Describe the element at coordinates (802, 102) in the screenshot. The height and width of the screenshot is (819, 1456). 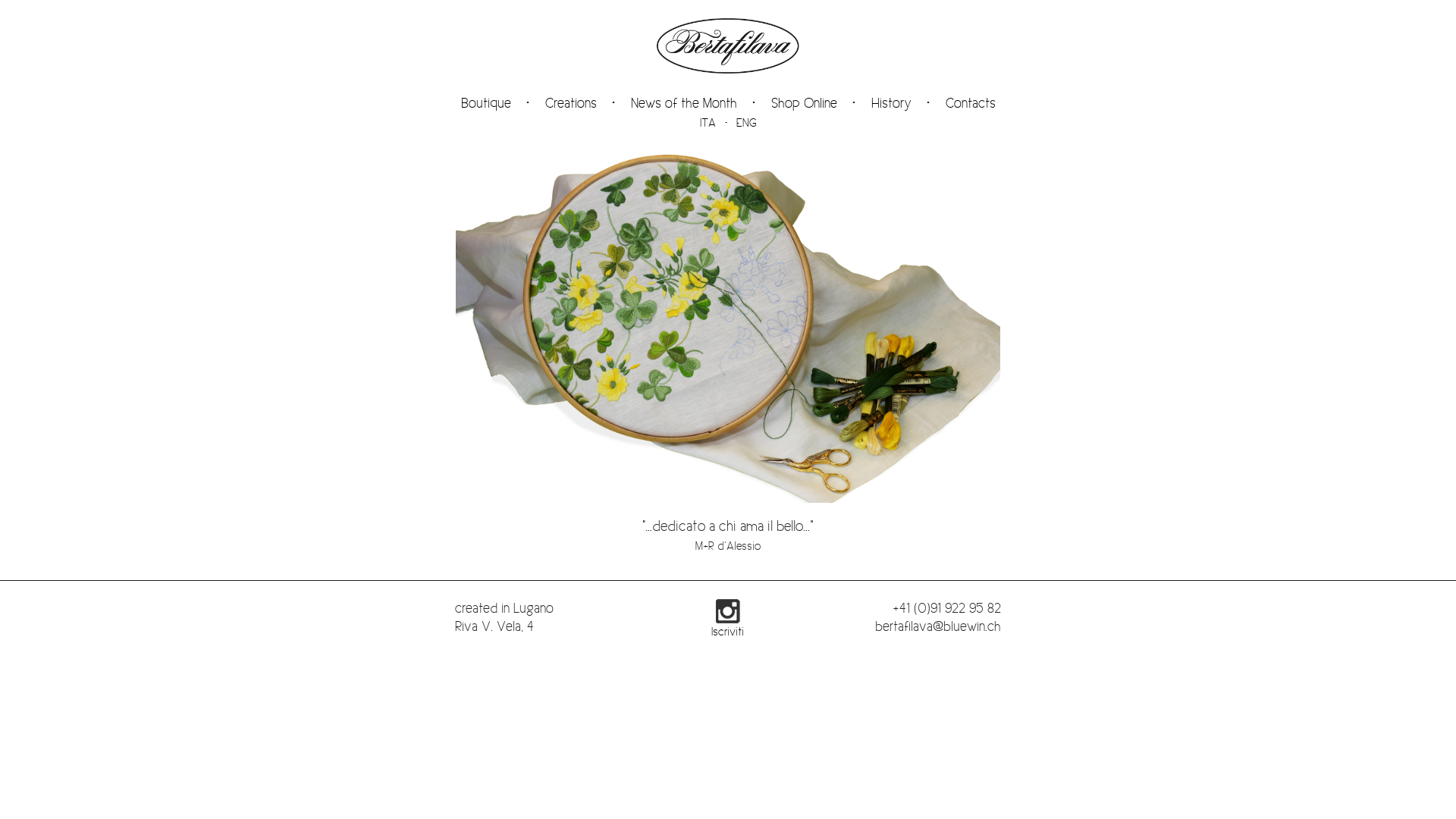
I see `'Shop Online'` at that location.